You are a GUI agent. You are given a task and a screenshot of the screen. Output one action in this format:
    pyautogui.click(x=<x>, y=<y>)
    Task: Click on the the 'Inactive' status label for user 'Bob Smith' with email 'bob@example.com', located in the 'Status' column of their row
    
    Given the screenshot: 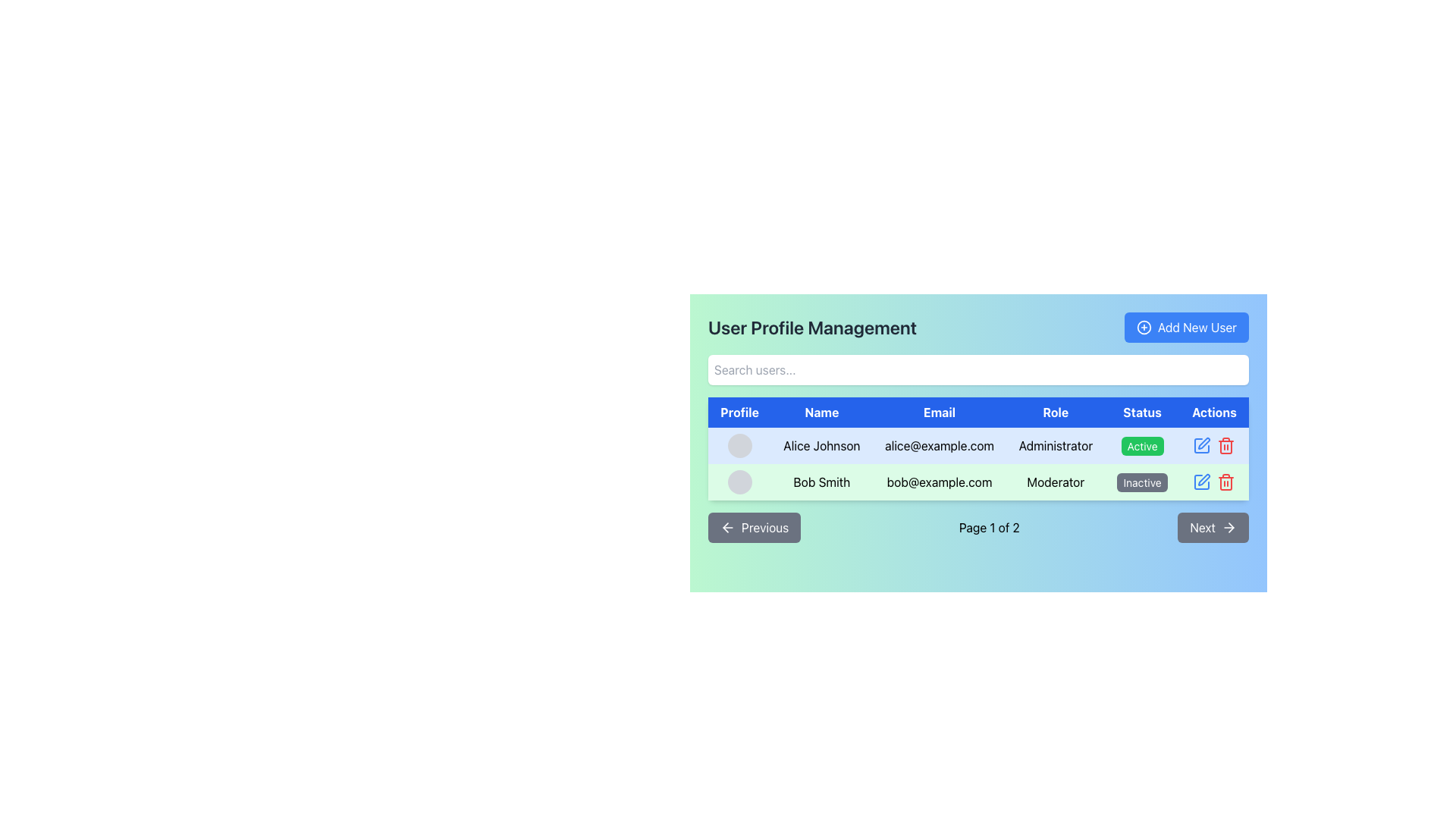 What is the action you would take?
    pyautogui.click(x=1142, y=482)
    